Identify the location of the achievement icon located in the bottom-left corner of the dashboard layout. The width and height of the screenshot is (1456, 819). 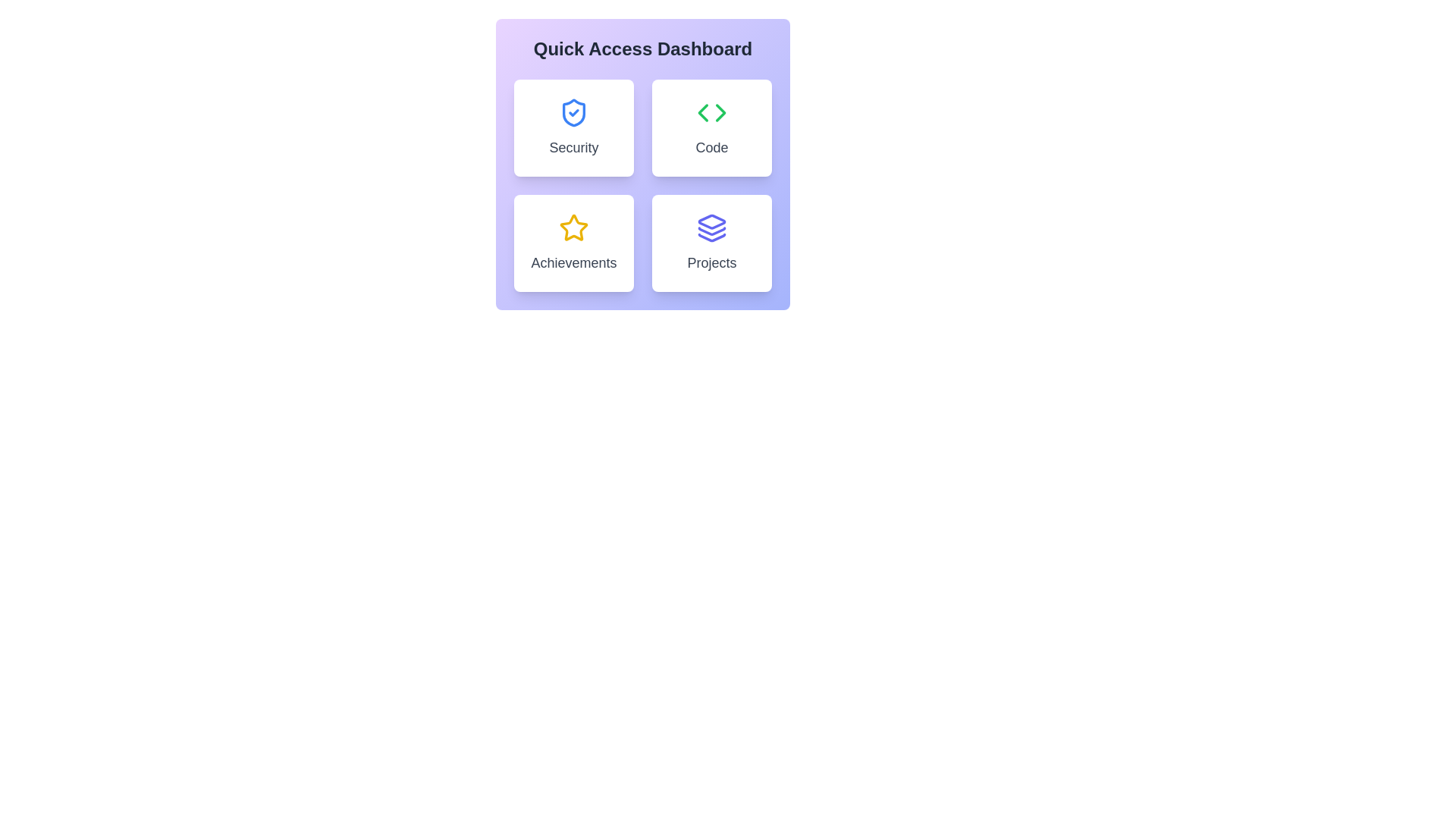
(573, 227).